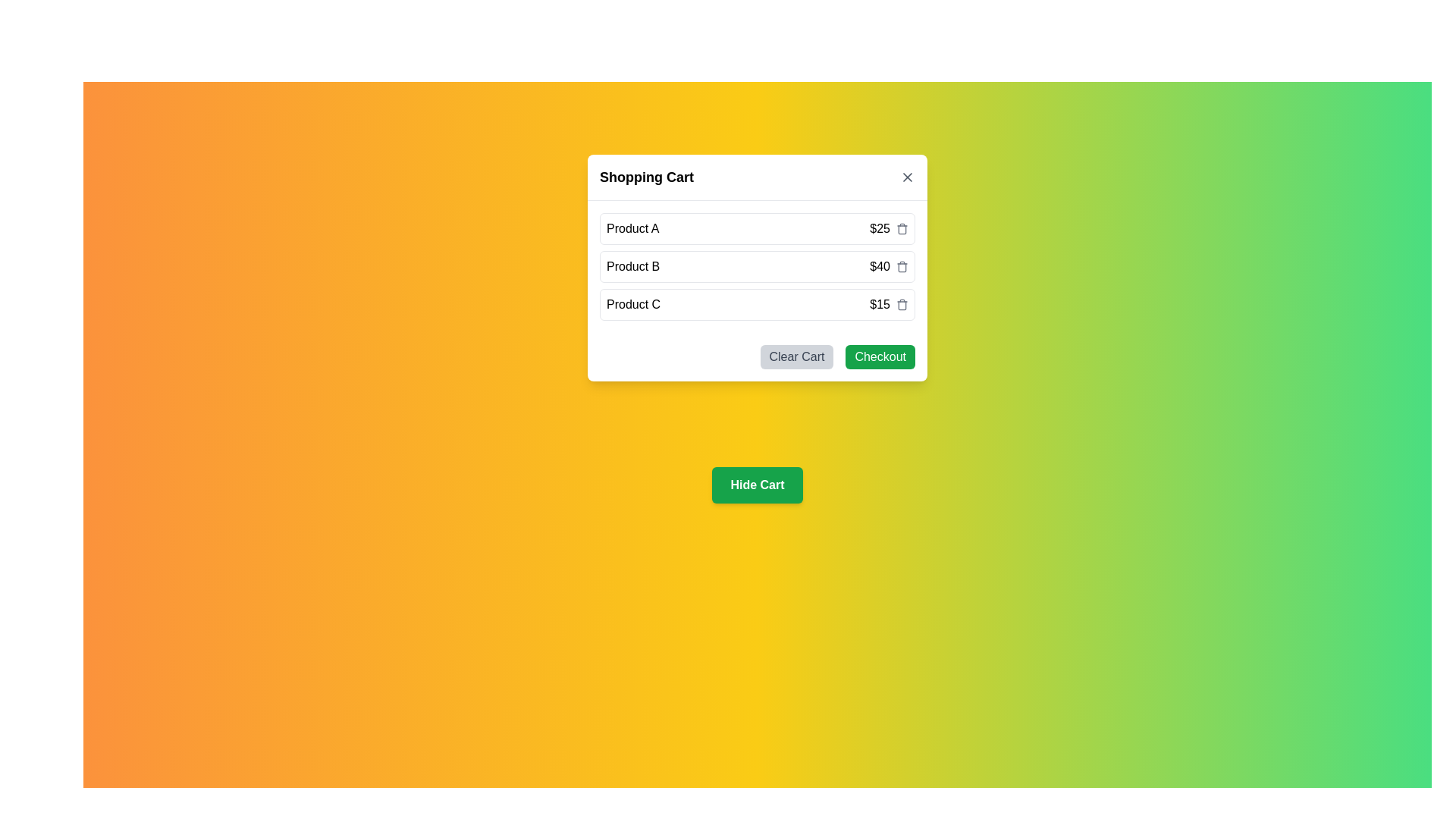 The height and width of the screenshot is (819, 1456). I want to click on the trash bin icon located to the right of the price '$25' for 'Product A' in the shopping cart list to change its color to red, so click(902, 230).